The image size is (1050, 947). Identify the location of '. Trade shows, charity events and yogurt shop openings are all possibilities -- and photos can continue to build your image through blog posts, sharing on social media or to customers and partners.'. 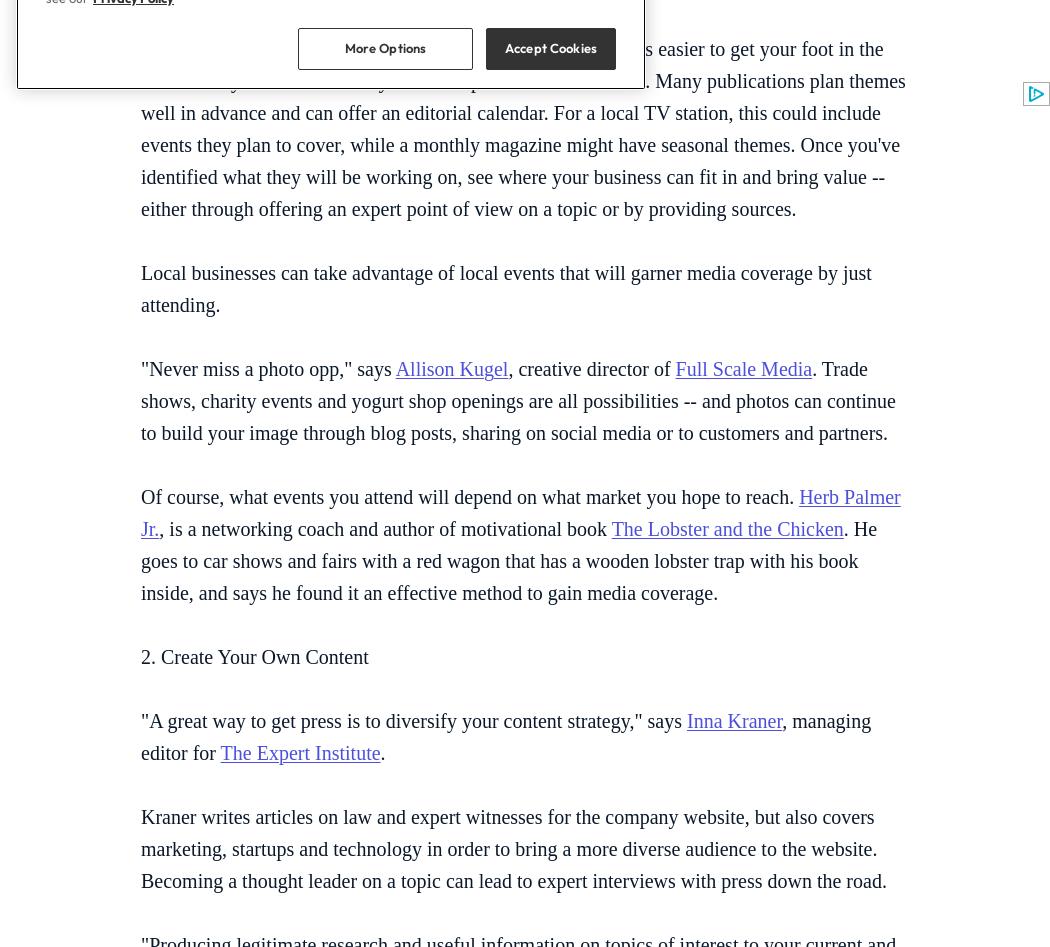
(516, 400).